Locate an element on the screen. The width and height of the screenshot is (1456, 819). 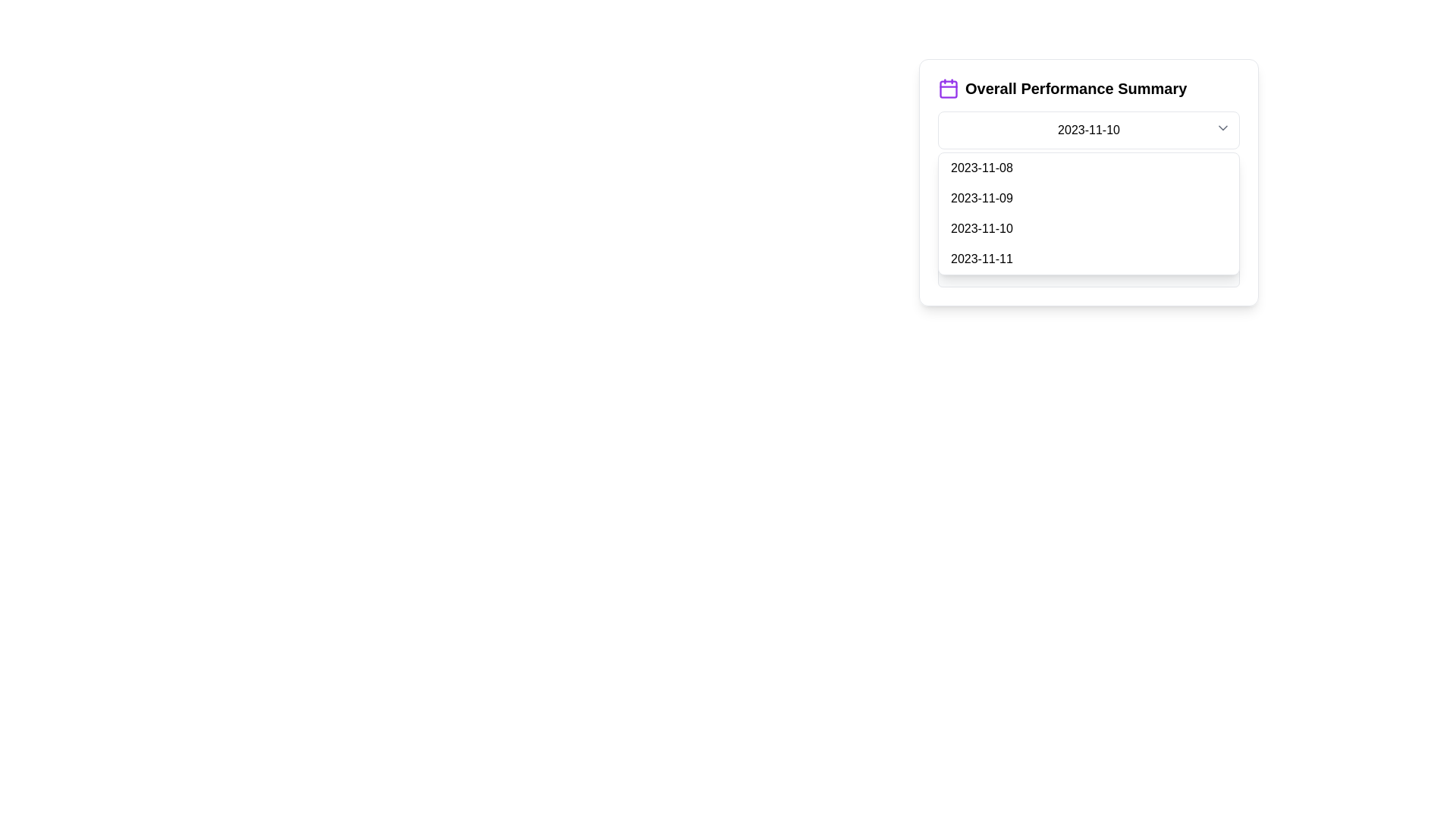
the dropdown menu located below the title 'Overall Performance Summary' is located at coordinates (1087, 130).